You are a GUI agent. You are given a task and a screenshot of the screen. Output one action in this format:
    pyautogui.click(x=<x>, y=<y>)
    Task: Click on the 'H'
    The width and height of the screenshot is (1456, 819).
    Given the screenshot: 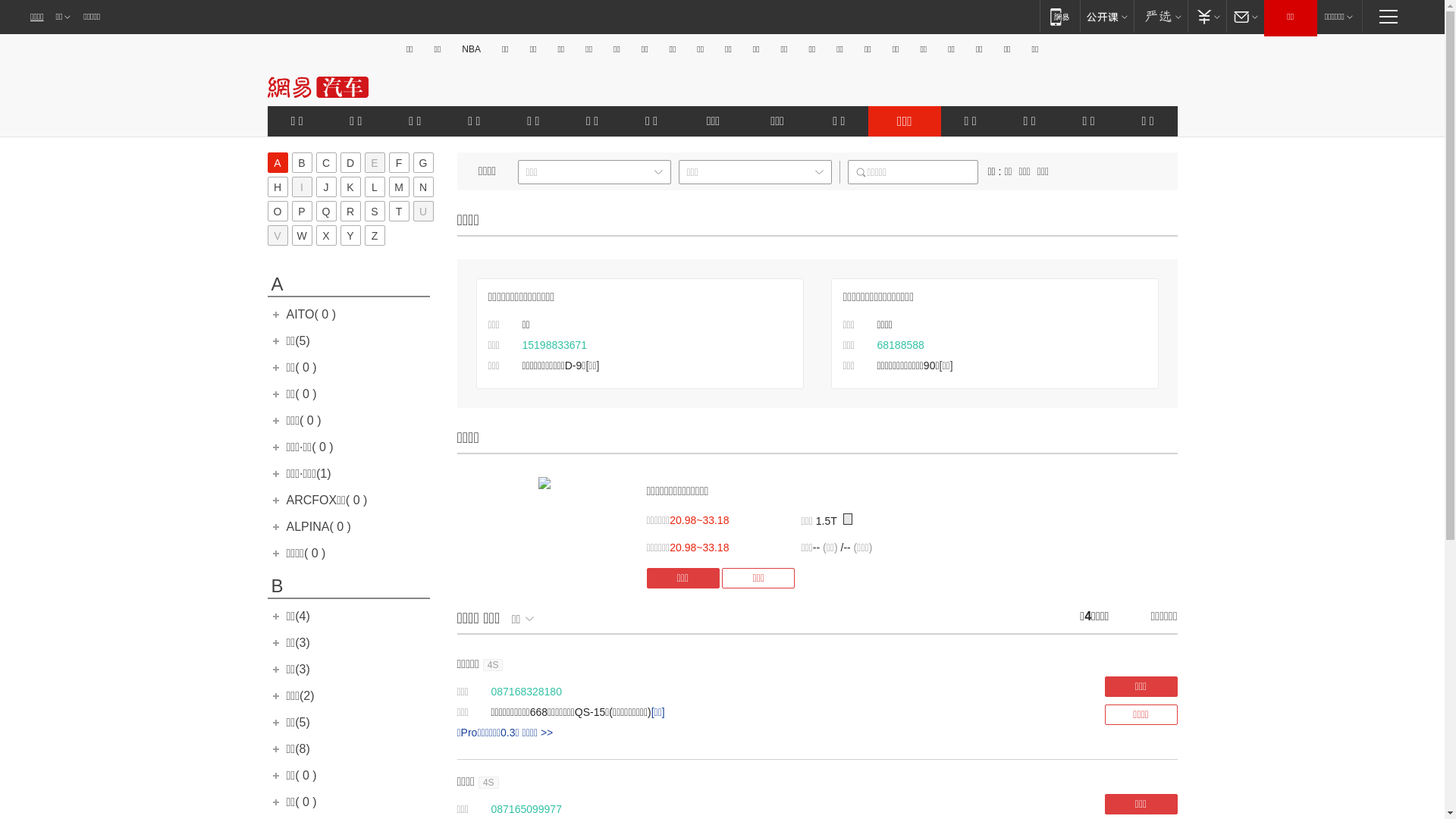 What is the action you would take?
    pyautogui.click(x=277, y=186)
    